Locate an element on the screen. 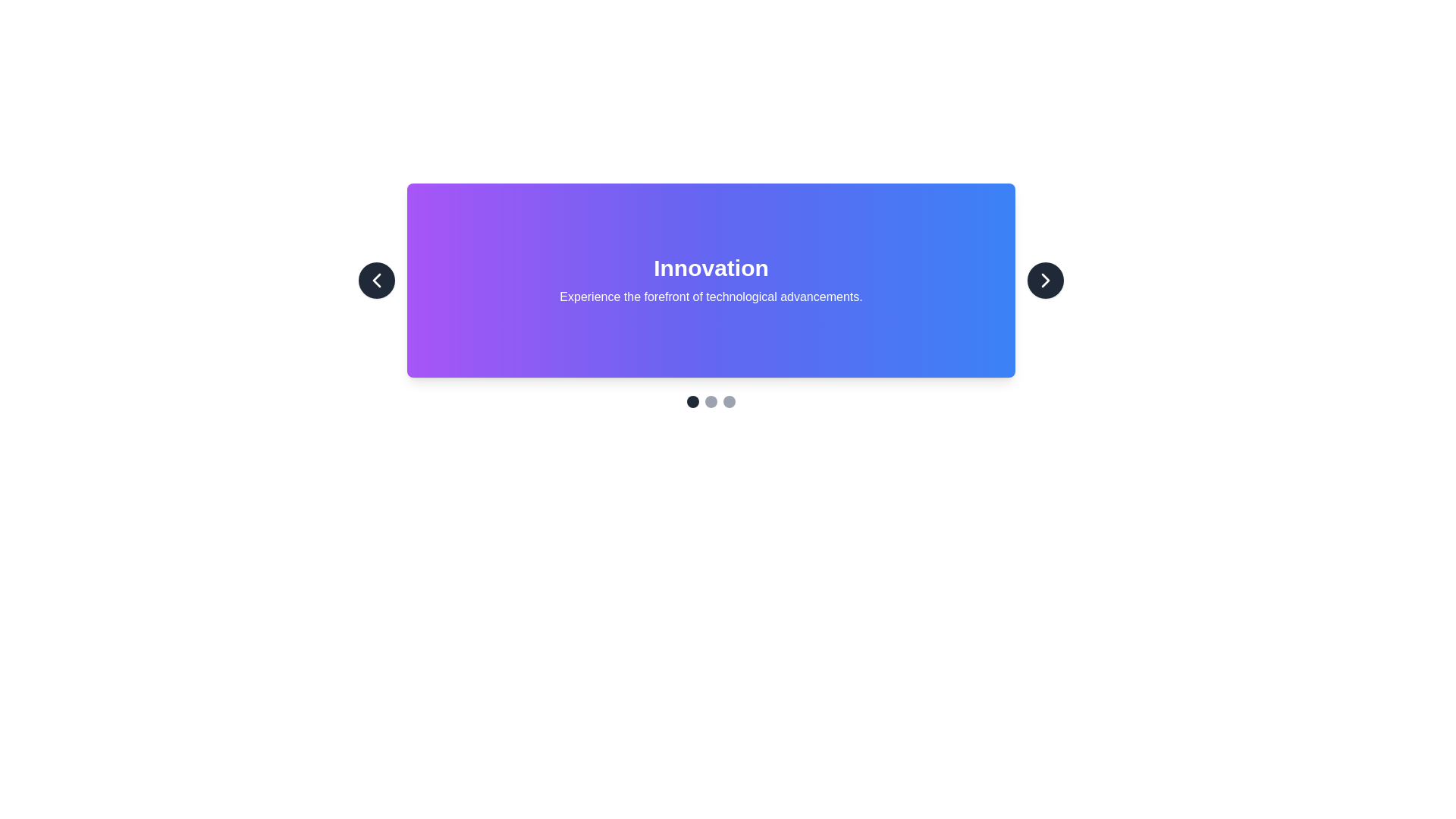 The image size is (1456, 819). the Text block containing the heading 'Innovation' and the subheading 'Experience the forefront of technological advancements.' is located at coordinates (710, 281).